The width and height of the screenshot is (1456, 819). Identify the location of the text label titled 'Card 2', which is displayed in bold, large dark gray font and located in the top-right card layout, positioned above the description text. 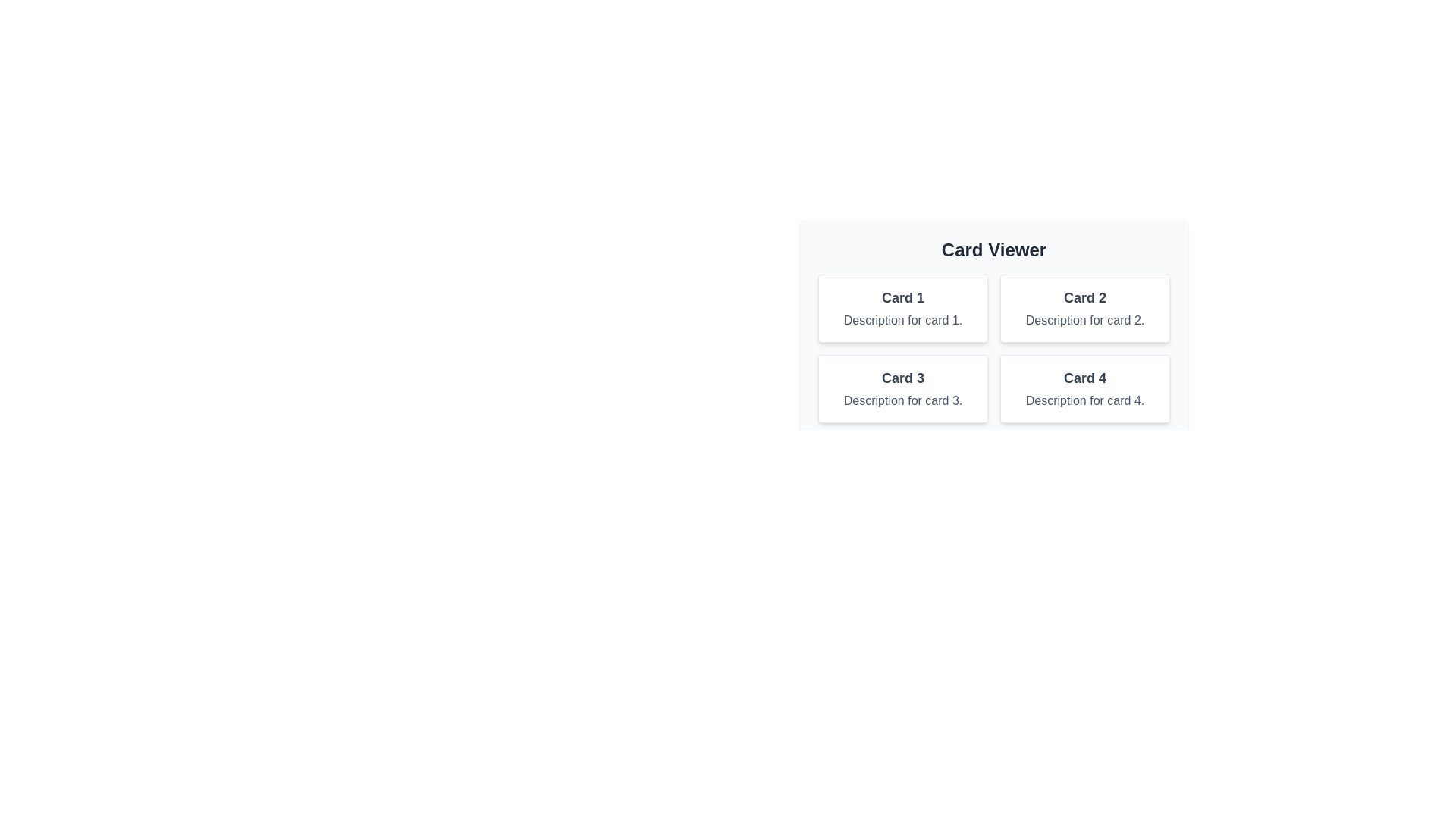
(1084, 298).